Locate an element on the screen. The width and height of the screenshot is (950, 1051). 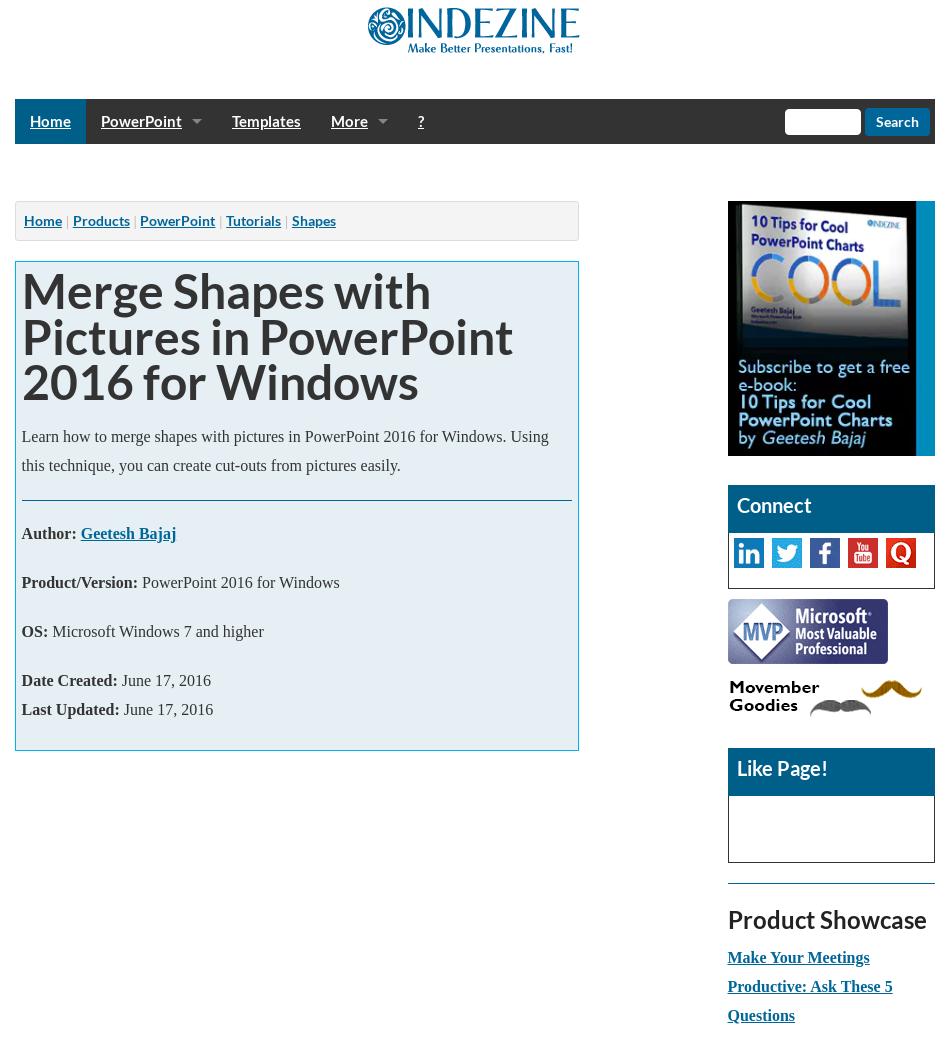
'Tutorials' is located at coordinates (252, 220).